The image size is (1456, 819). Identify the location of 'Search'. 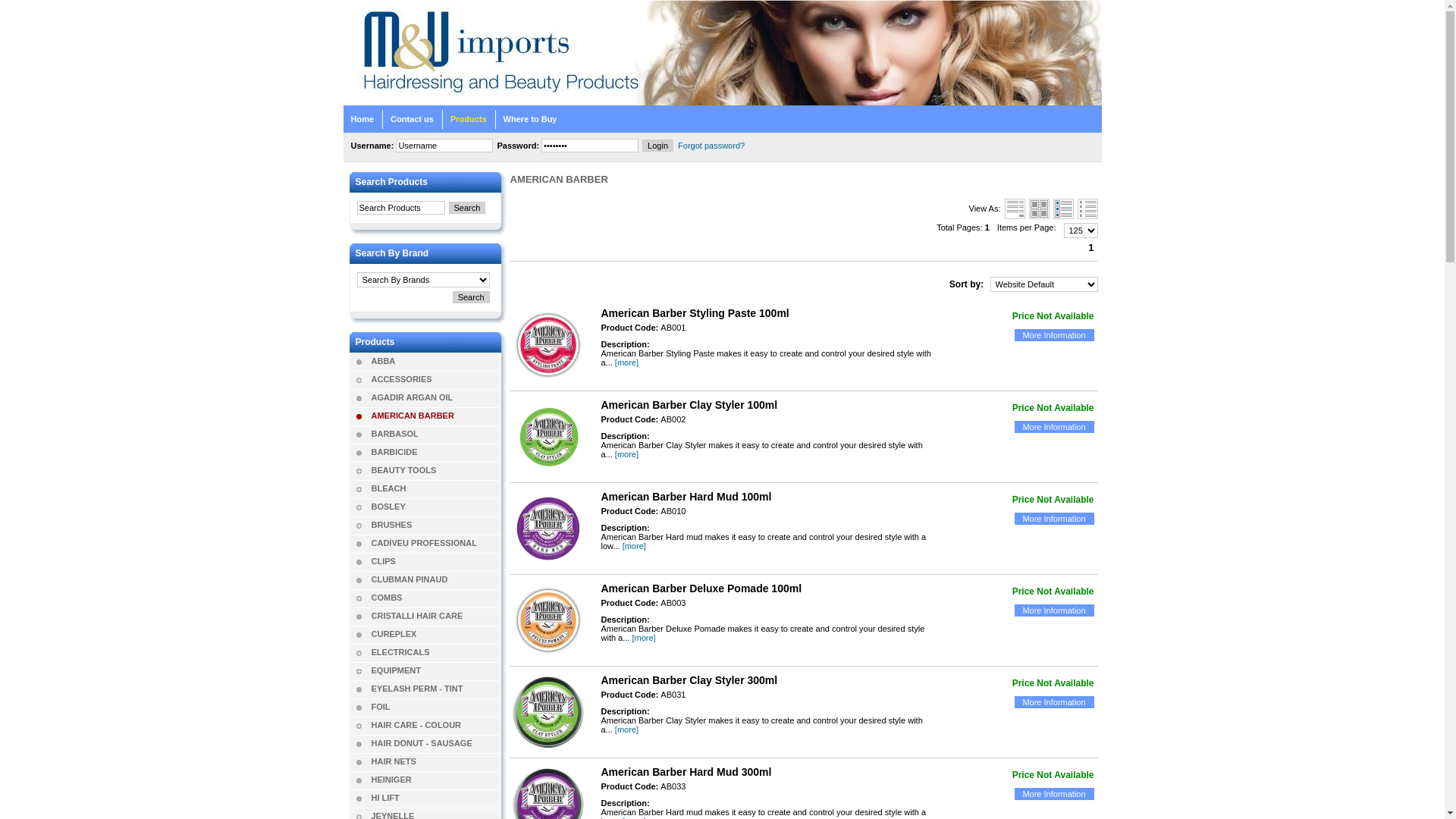
(466, 207).